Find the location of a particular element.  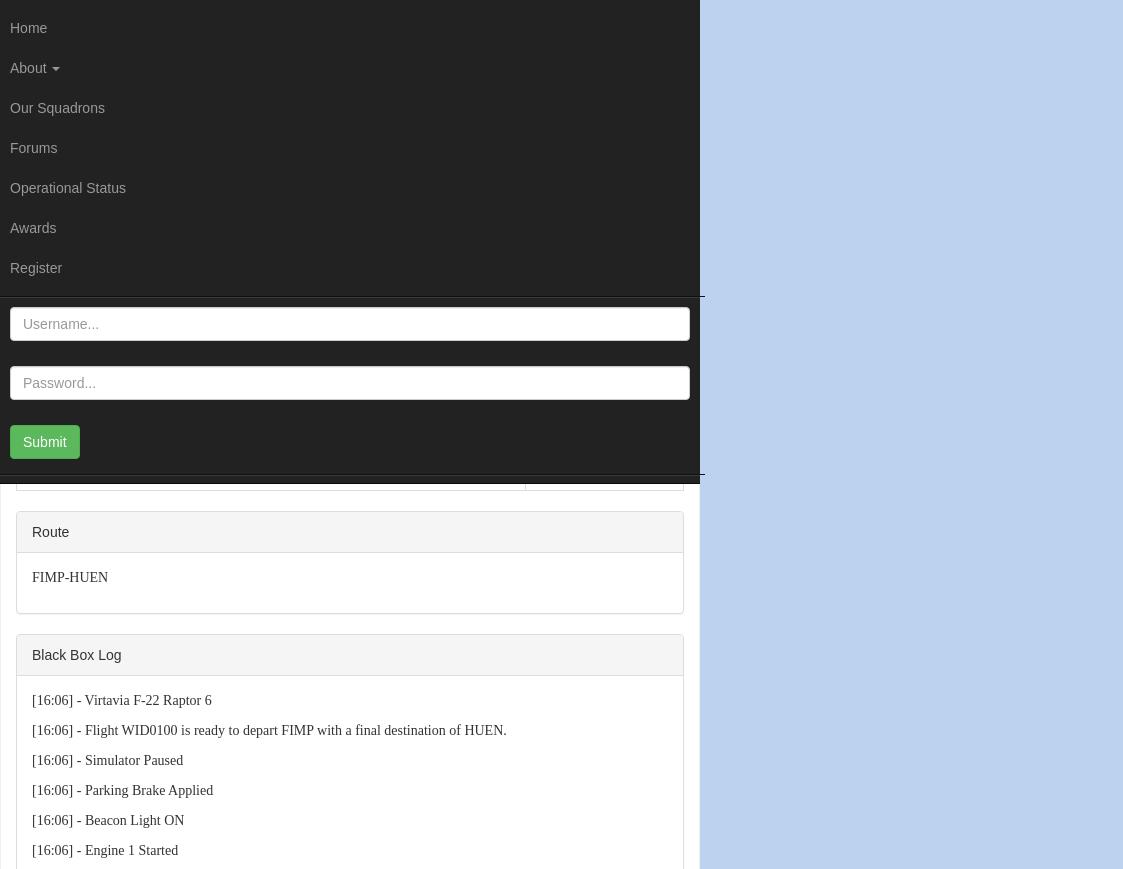

'Aircraft' is located at coordinates (44, 450).